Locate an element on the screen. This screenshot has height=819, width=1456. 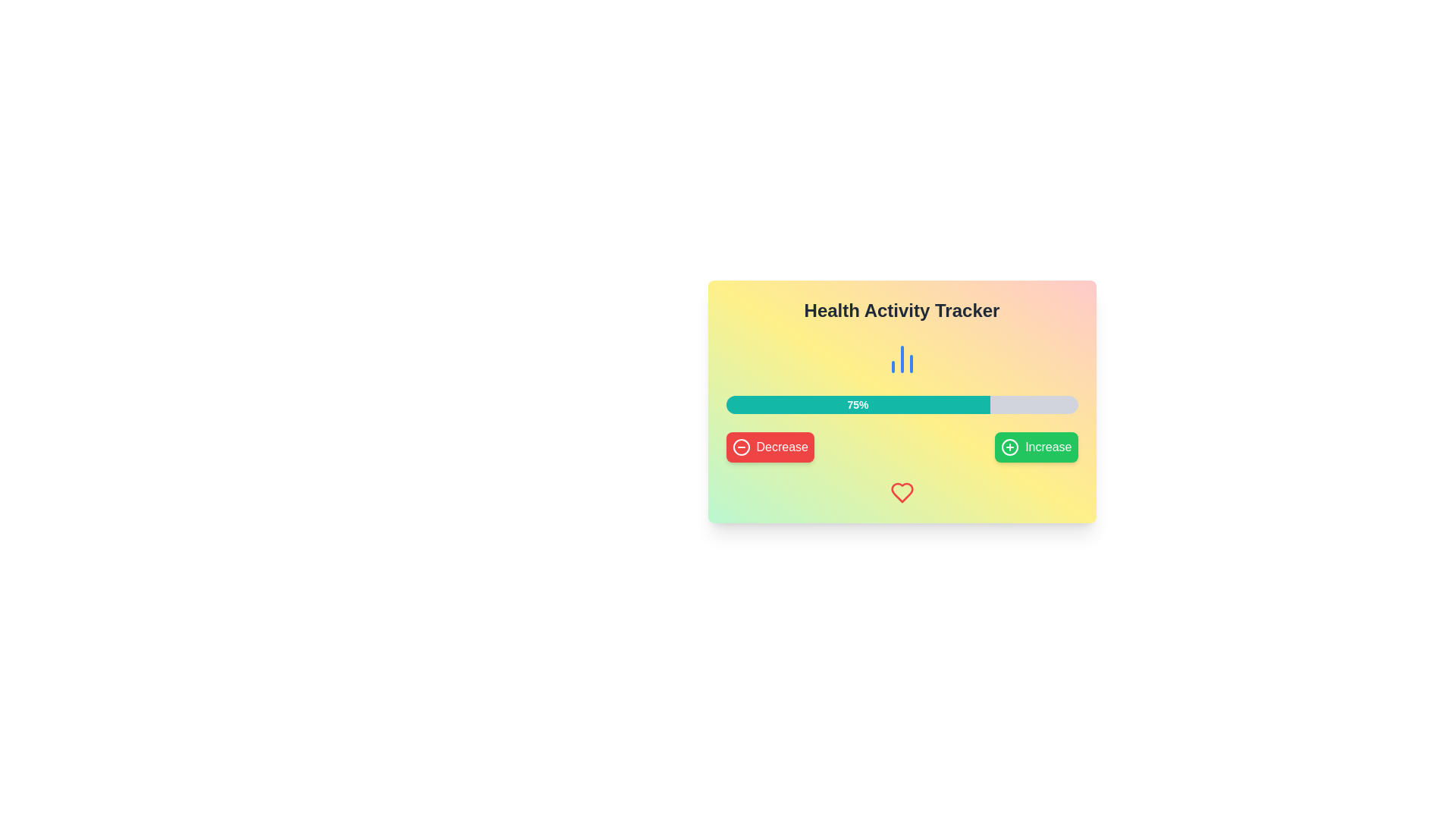
the Text Label at the top of the health activity tracker display, which serves as a title or heading for the content is located at coordinates (902, 309).